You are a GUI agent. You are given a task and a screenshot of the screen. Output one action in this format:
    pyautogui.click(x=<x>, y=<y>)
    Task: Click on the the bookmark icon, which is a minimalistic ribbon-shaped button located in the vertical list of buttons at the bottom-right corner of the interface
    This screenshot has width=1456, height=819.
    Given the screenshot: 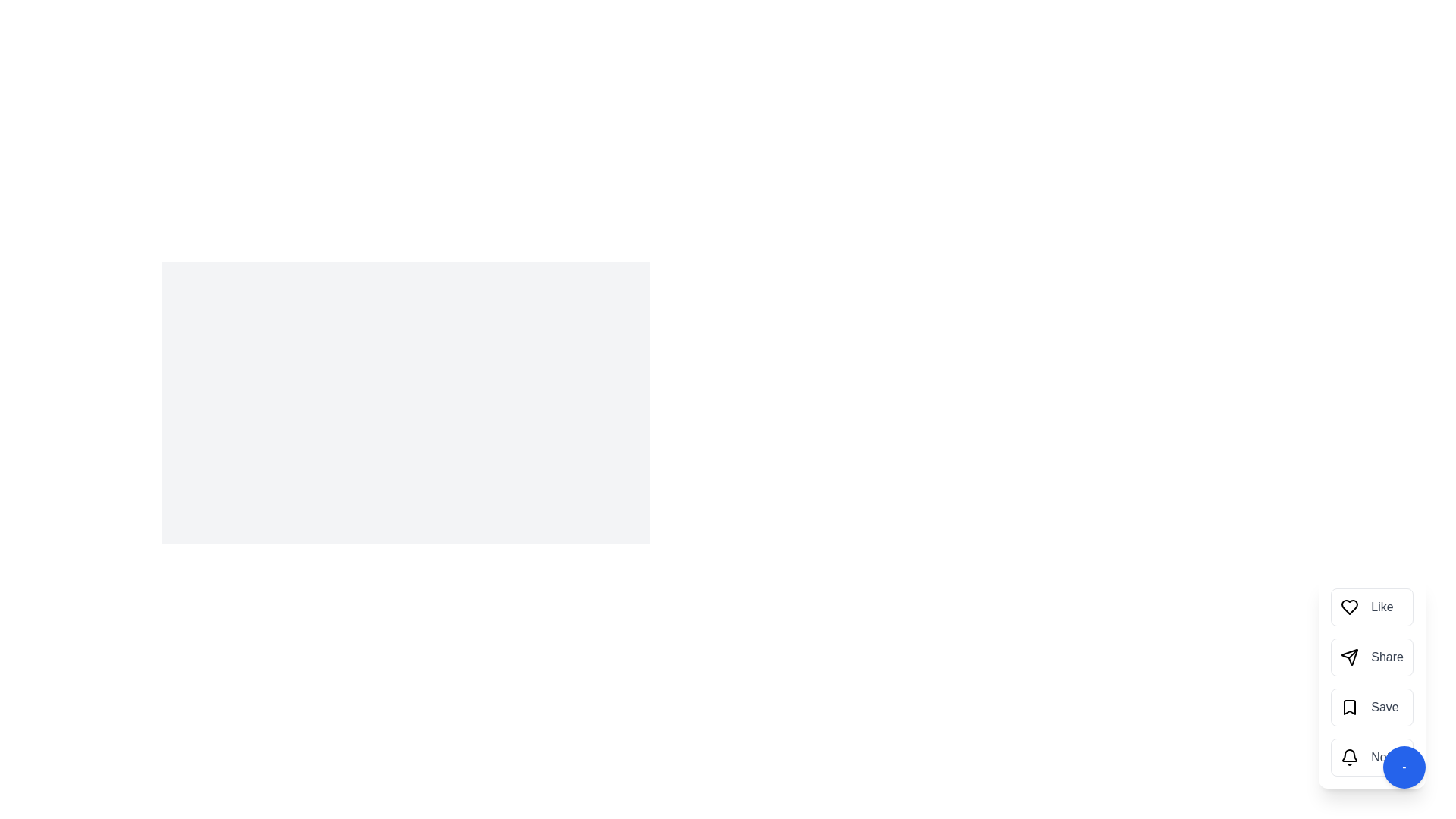 What is the action you would take?
    pyautogui.click(x=1350, y=708)
    